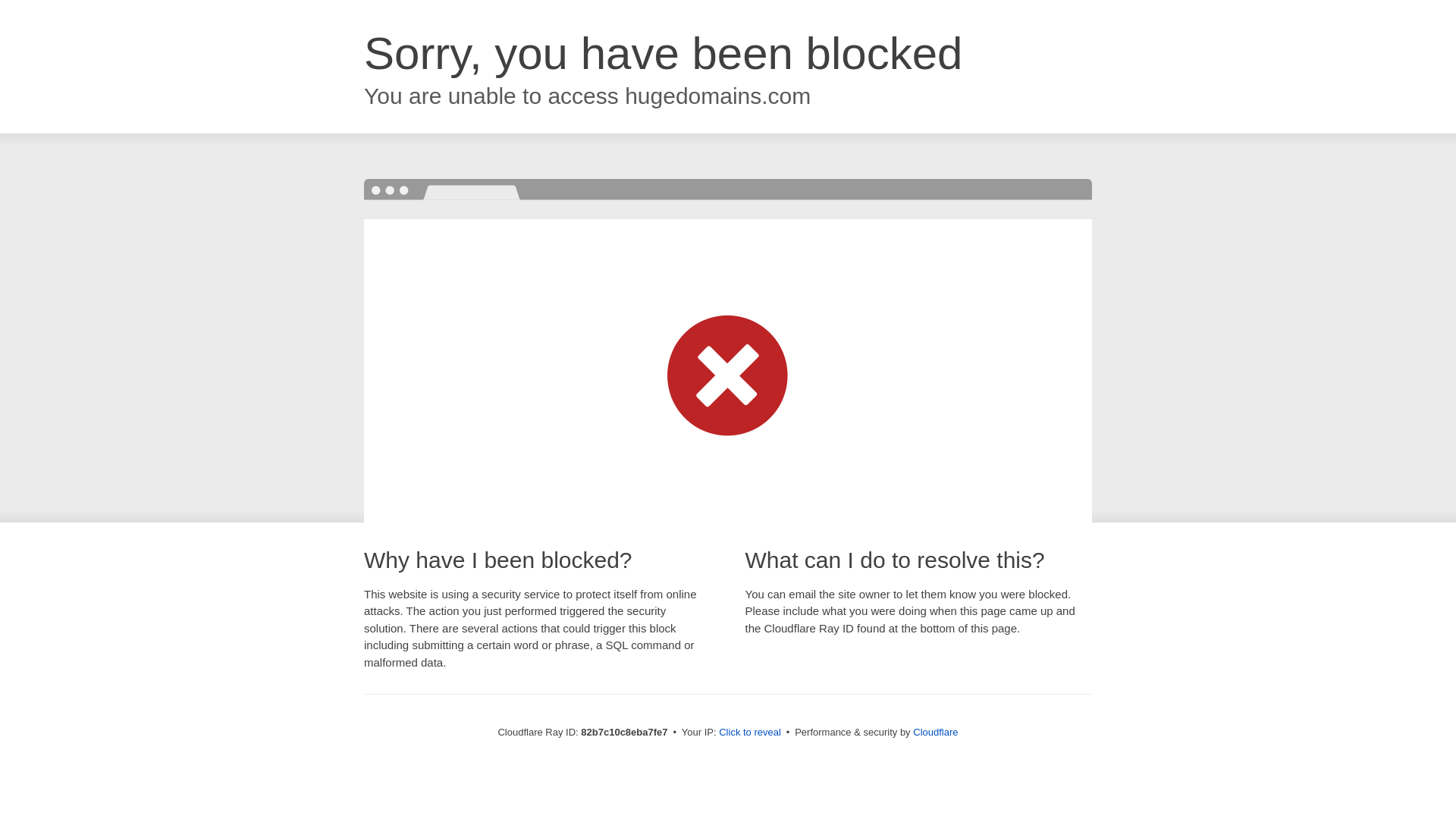  I want to click on 'Click to reveal', so click(718, 731).